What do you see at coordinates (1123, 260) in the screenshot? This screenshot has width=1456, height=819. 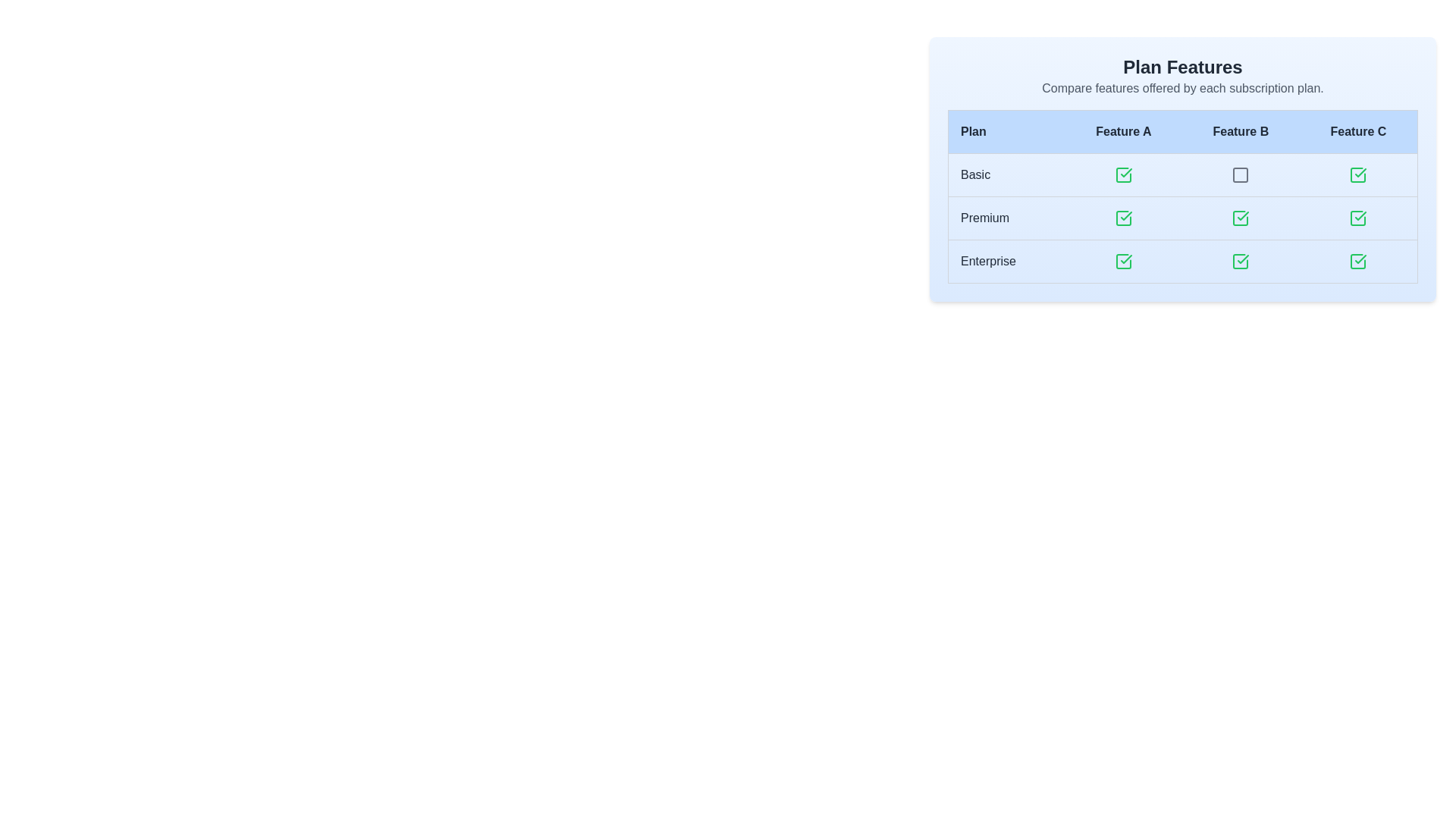 I see `the checkmark icon in the 'Feature A' column for the 'Enterprise' row, indicating availability of the feature for the Enterprise plan` at bounding box center [1123, 260].